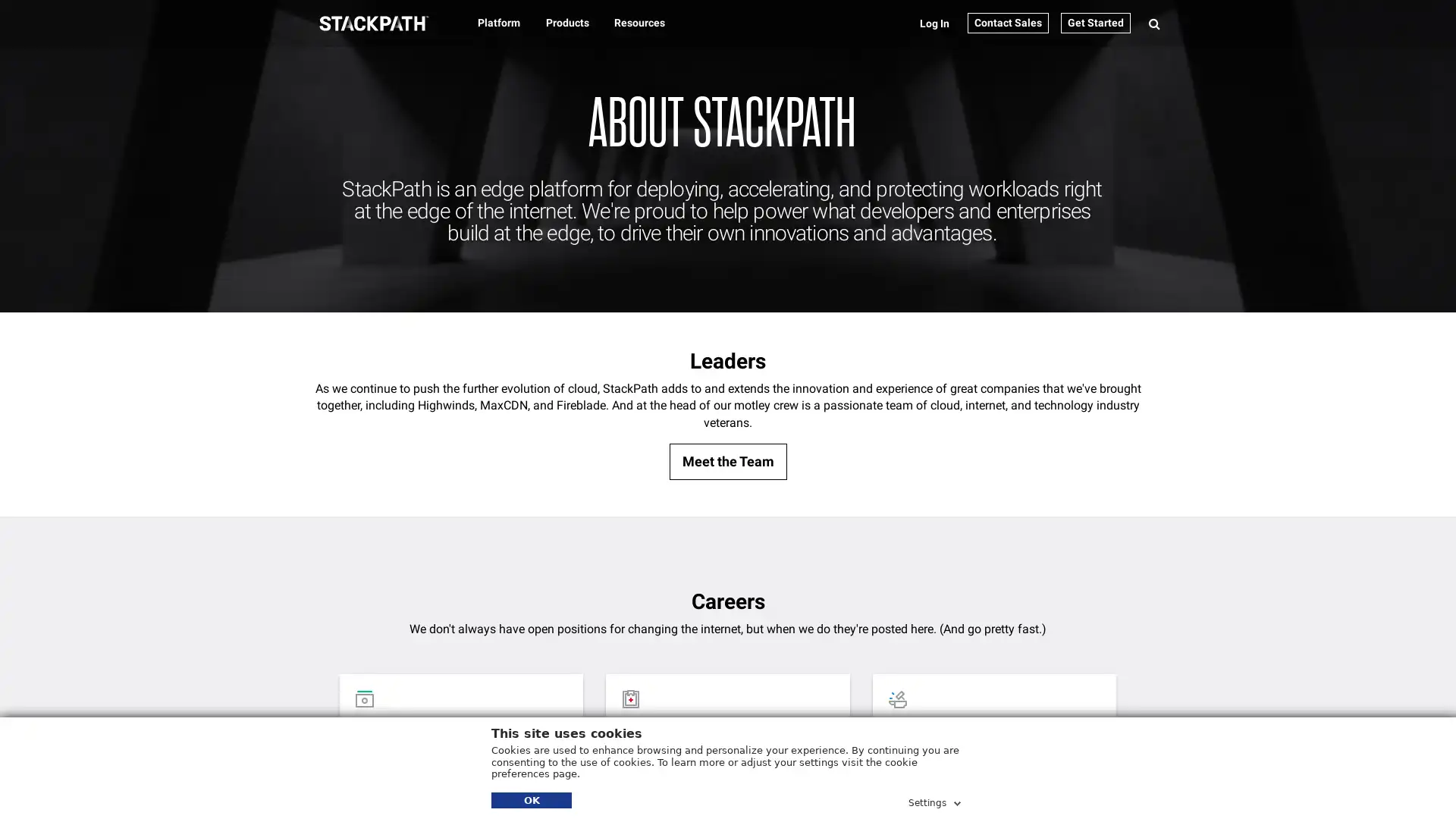 The image size is (1456, 819). I want to click on Meet the Team, so click(726, 461).